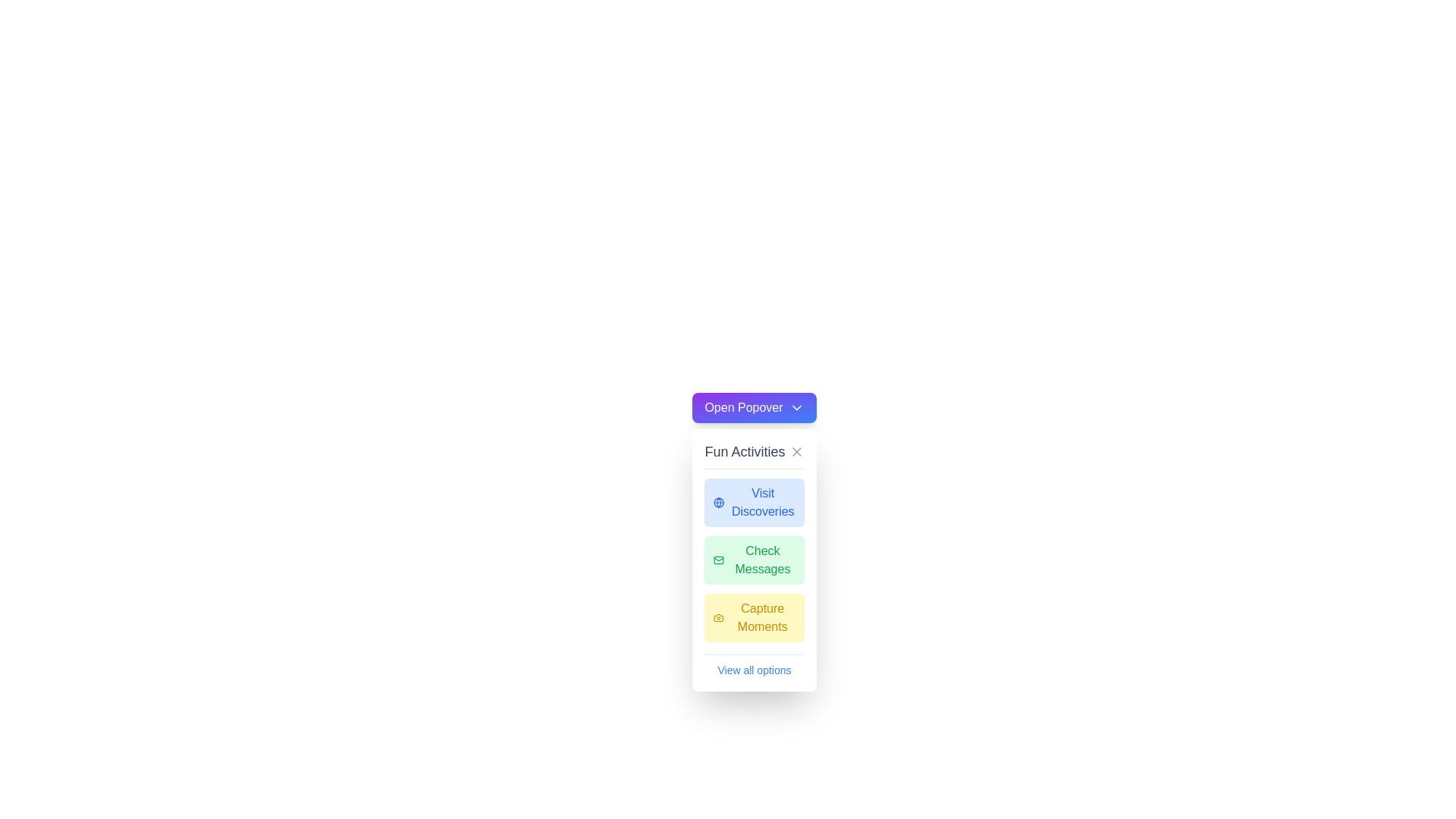 This screenshot has width=1456, height=819. What do you see at coordinates (718, 617) in the screenshot?
I see `the small camera icon located to the left of the 'Capture Moments' text within the yellow button` at bounding box center [718, 617].